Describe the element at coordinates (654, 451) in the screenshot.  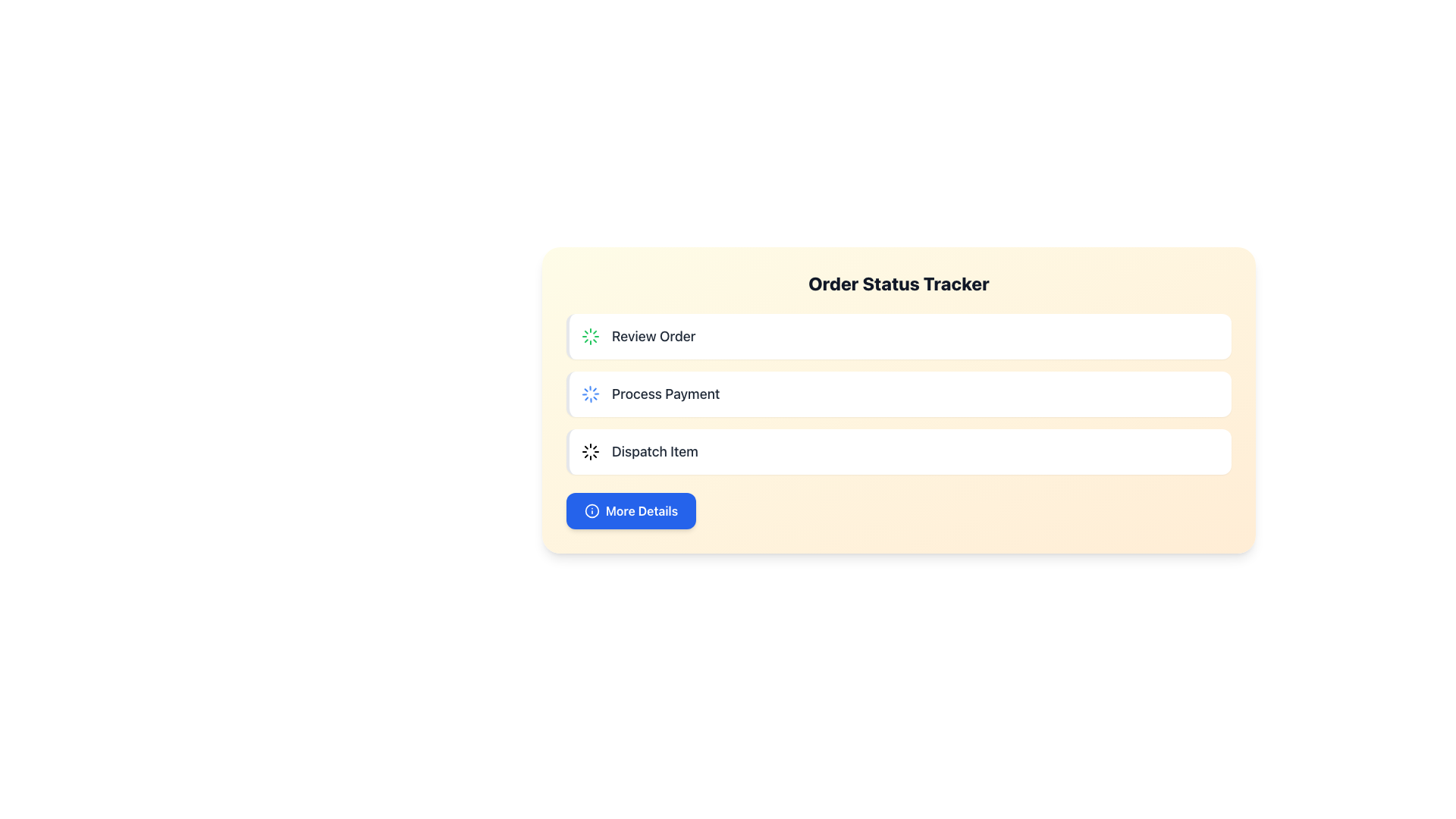
I see `the text label element displaying 'Dispatch Item', which is styled in medium-sized dark gray font and located below the 'Process Payment' step in the 'Order Status Tracker' interface` at that location.